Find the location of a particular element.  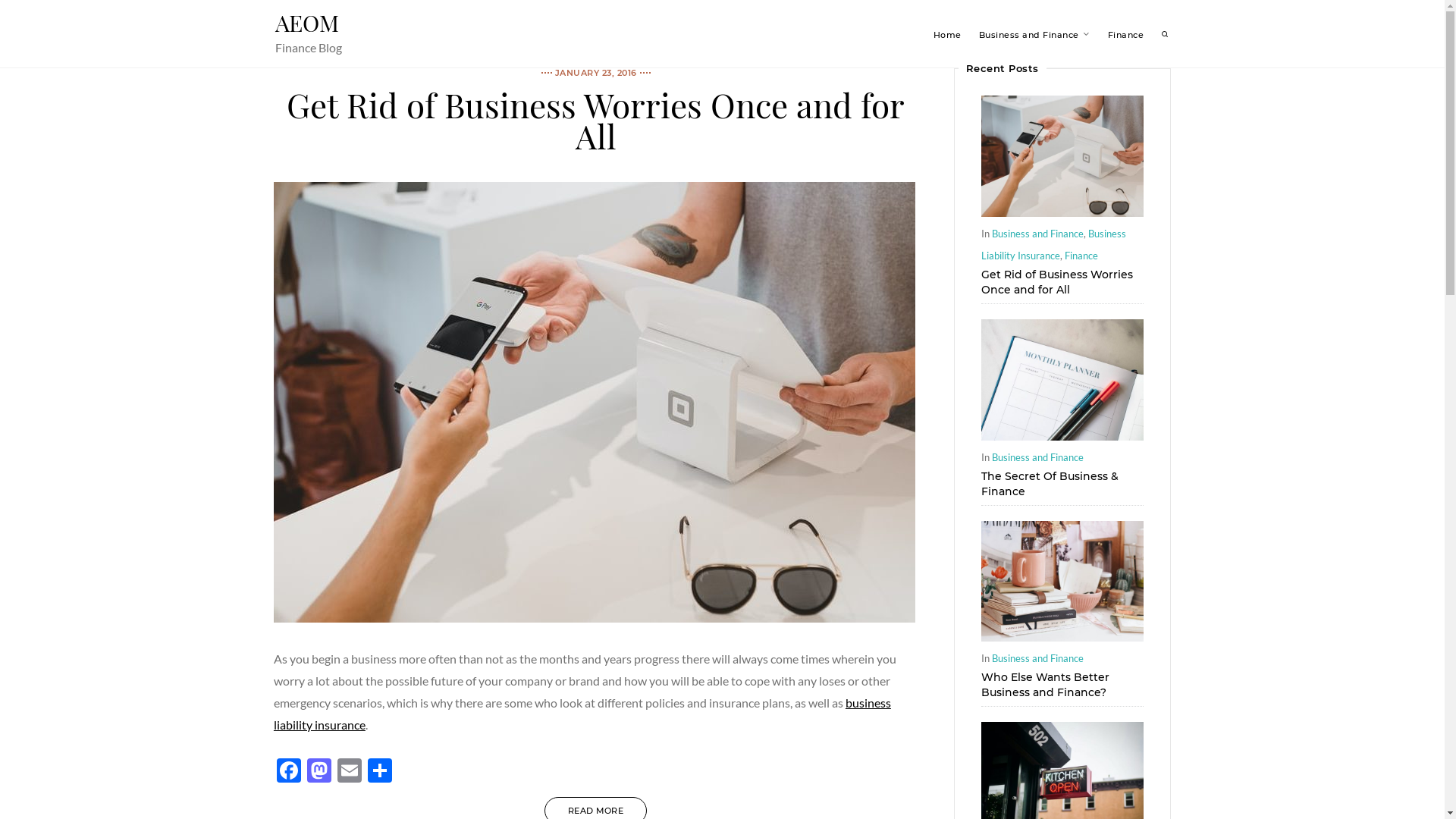

'Facebook' is located at coordinates (288, 772).